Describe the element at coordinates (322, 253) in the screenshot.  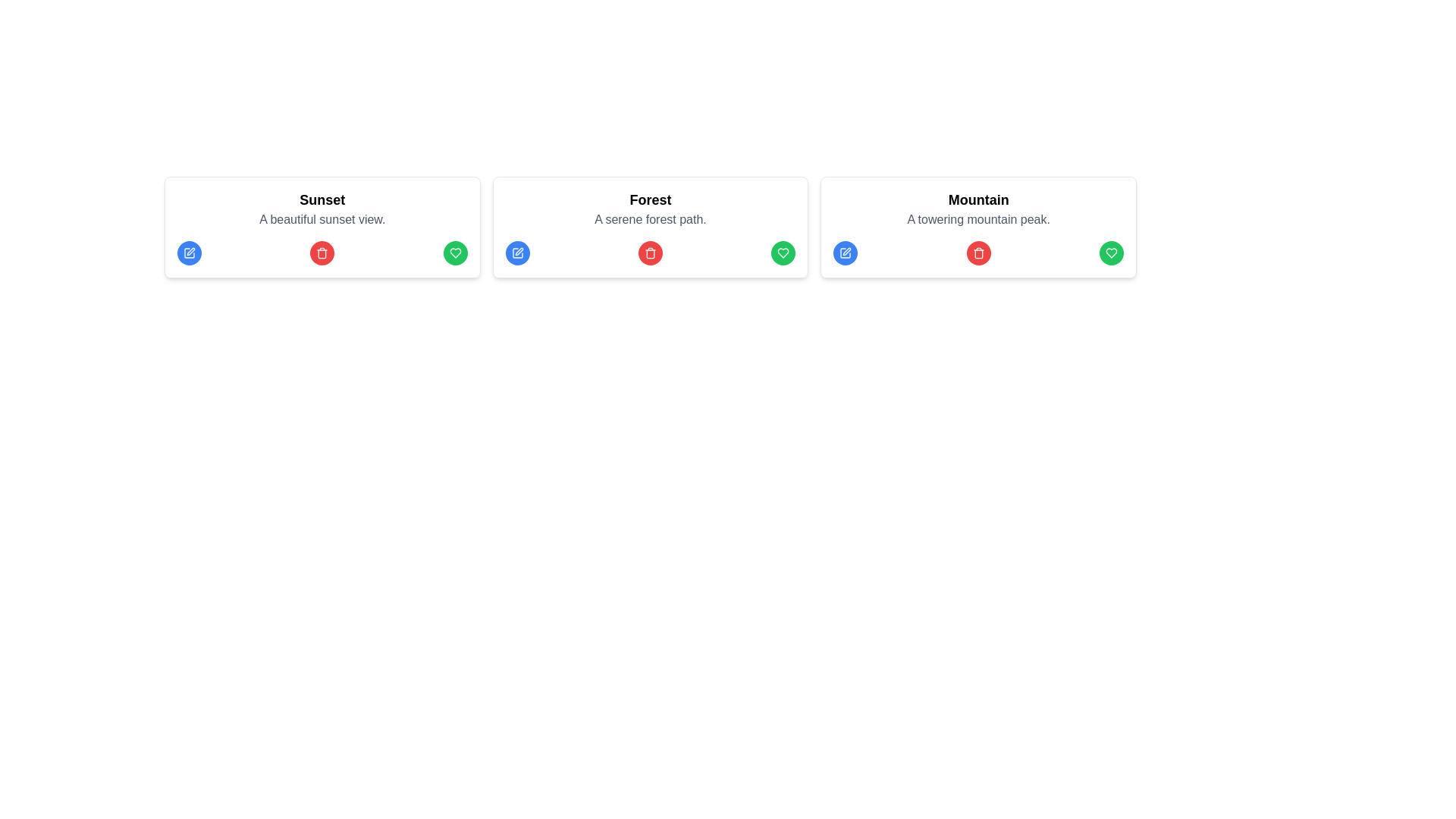
I see `the trash can icon embedded within the red circular button` at that location.